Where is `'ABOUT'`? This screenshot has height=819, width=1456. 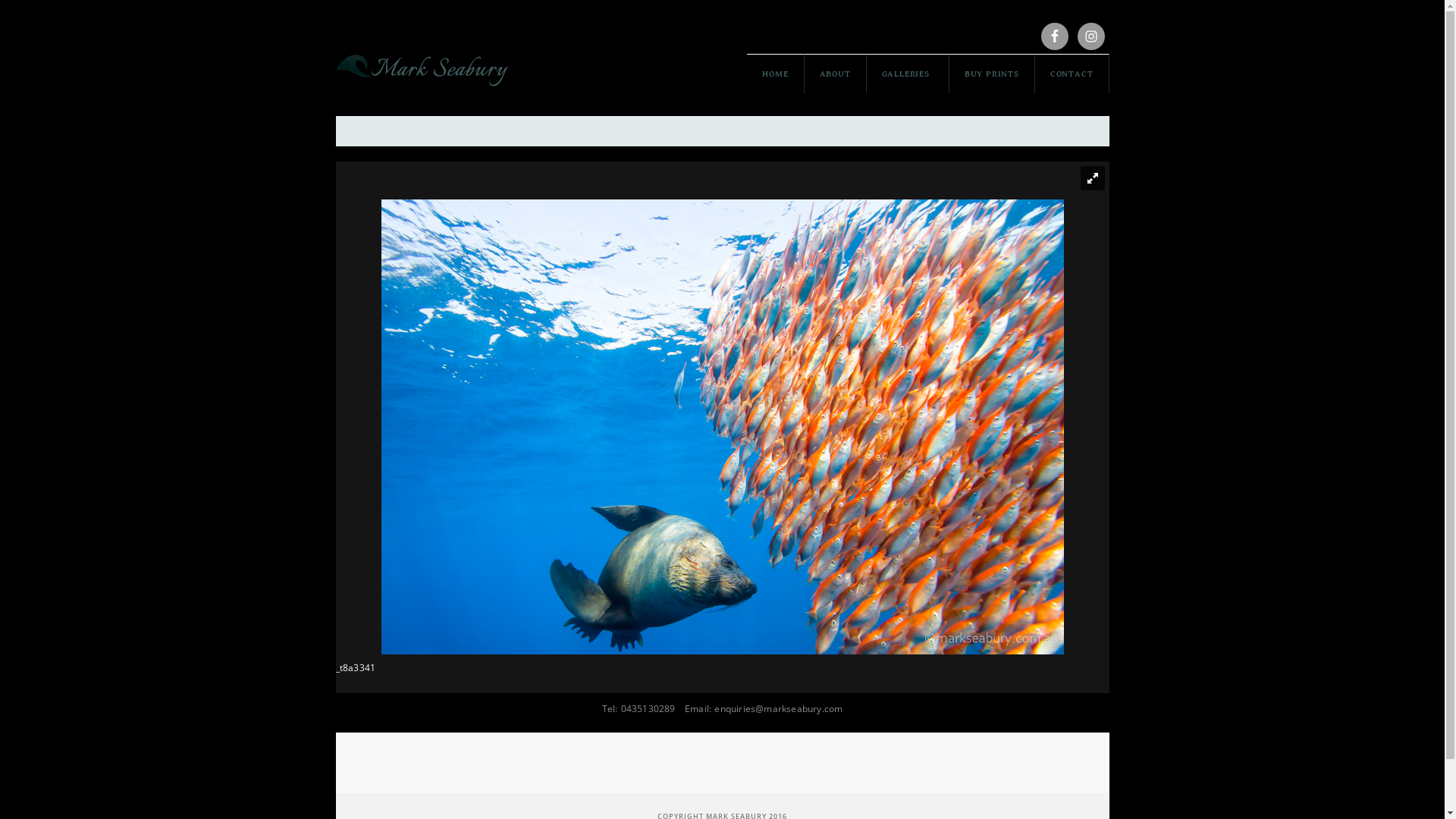
'ABOUT' is located at coordinates (803, 73).